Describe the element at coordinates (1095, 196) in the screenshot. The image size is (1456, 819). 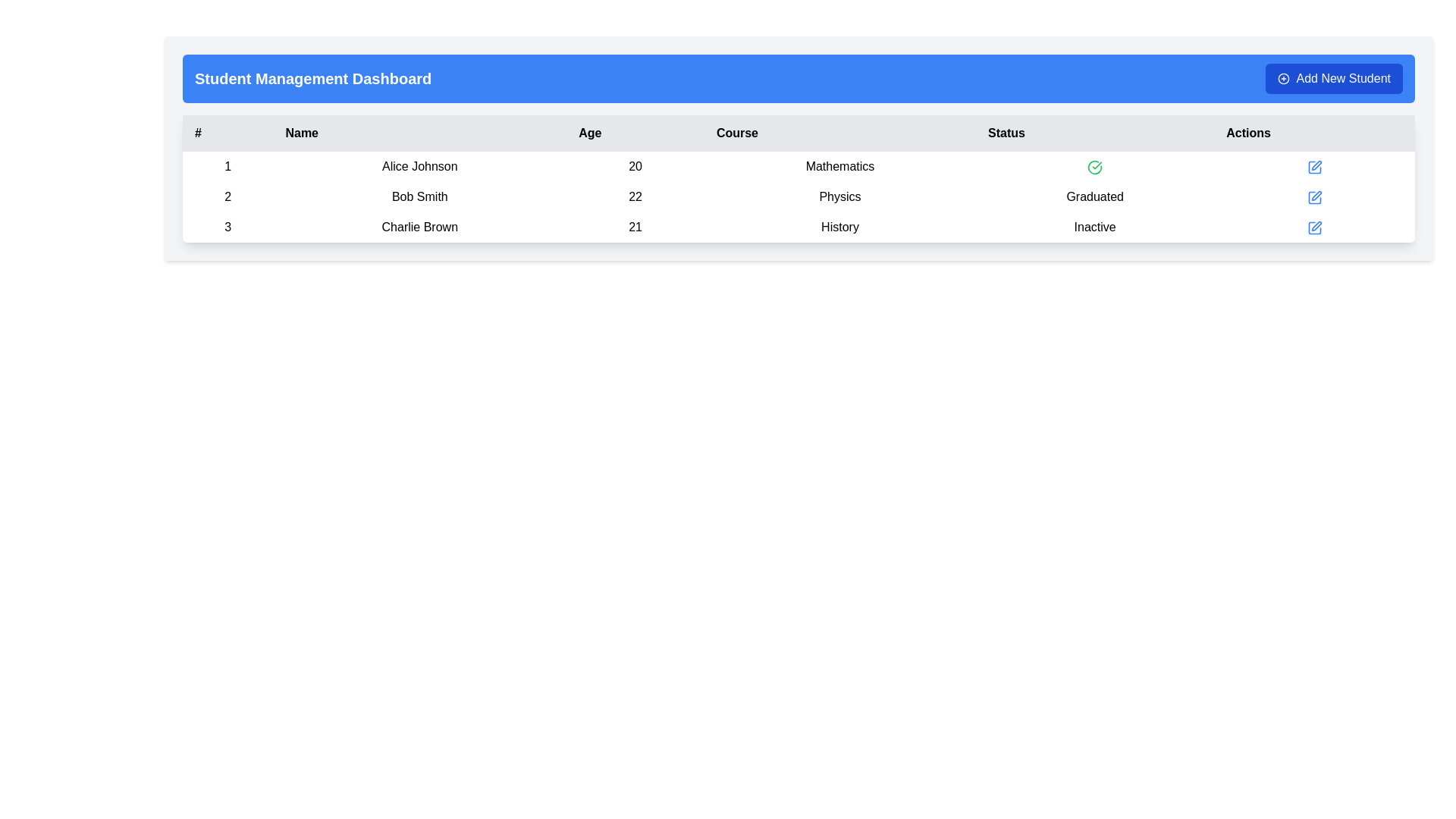
I see `the status indicator text label for 'Bob Smith' in the 'Status' column, which indicates that he has graduated` at that location.